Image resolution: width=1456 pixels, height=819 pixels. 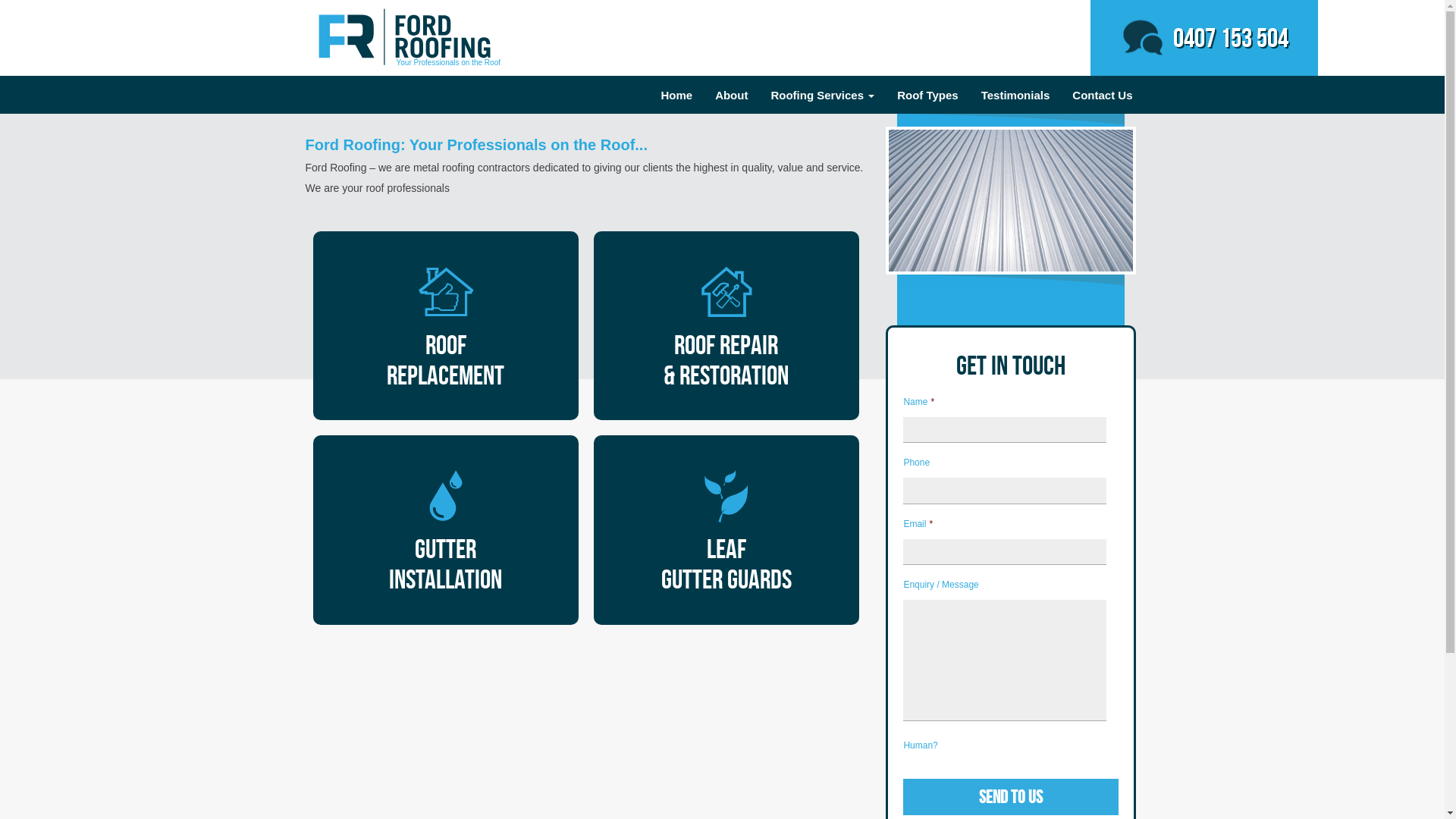 I want to click on 'Send to Us', so click(x=1011, y=795).